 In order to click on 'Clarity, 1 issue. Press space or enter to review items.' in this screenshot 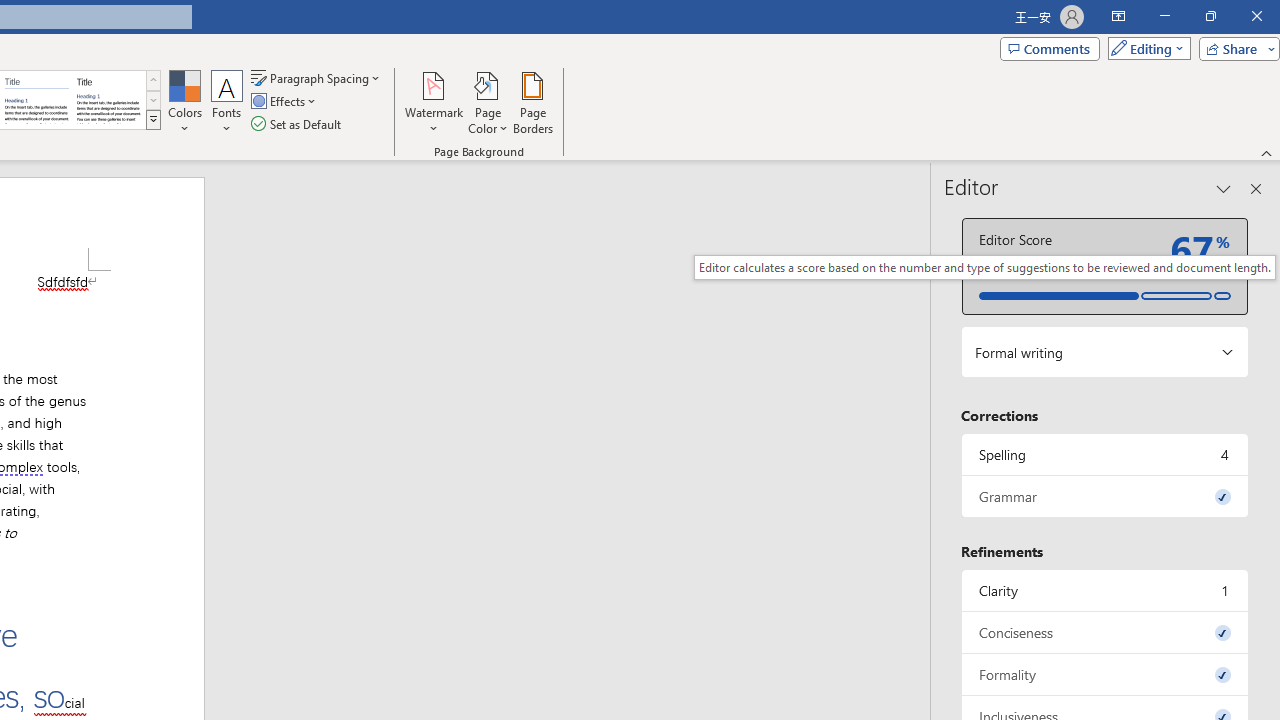, I will do `click(1104, 589)`.